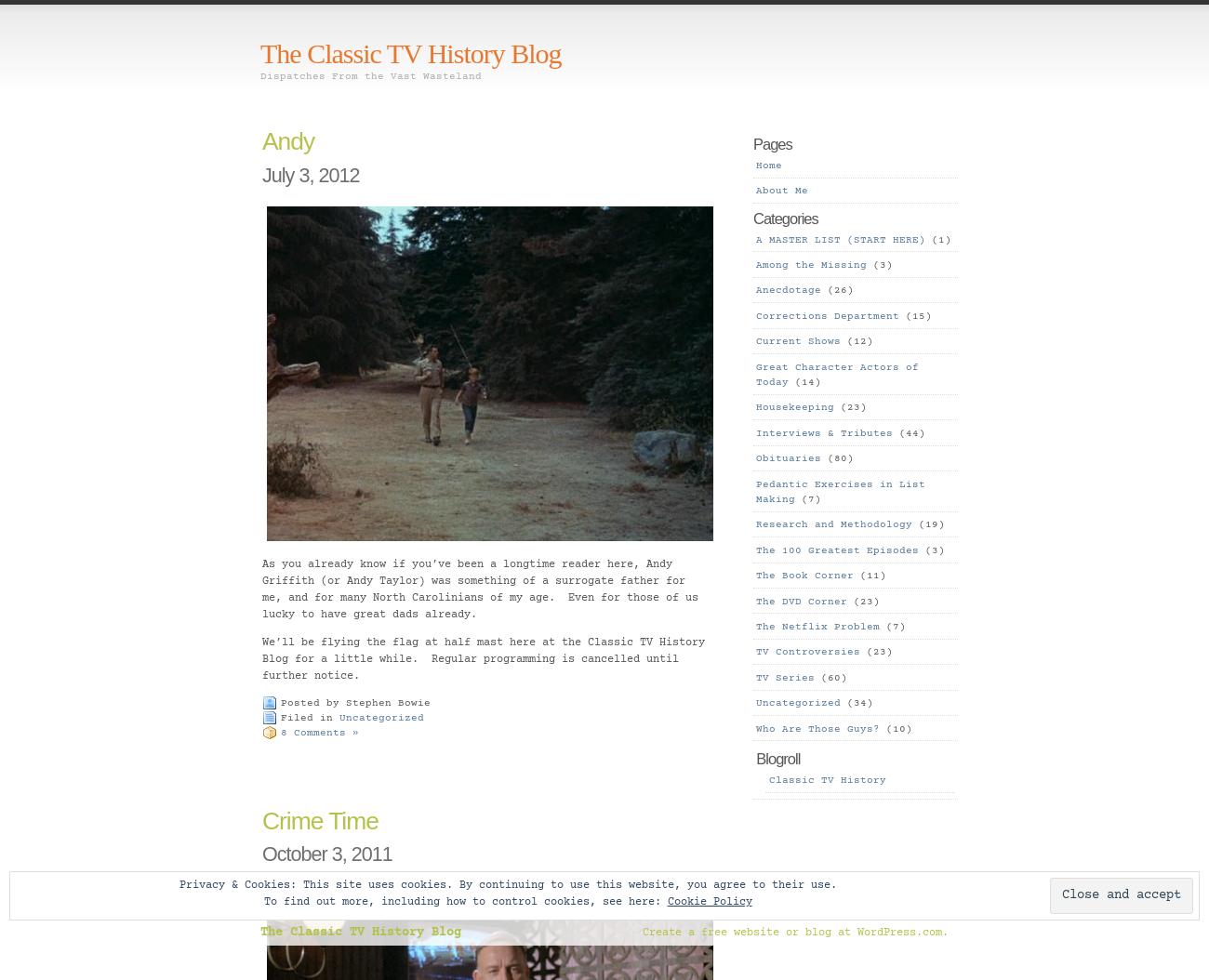 This screenshot has height=980, width=1209. What do you see at coordinates (756, 239) in the screenshot?
I see `'A MASTER LIST (START HERE)'` at bounding box center [756, 239].